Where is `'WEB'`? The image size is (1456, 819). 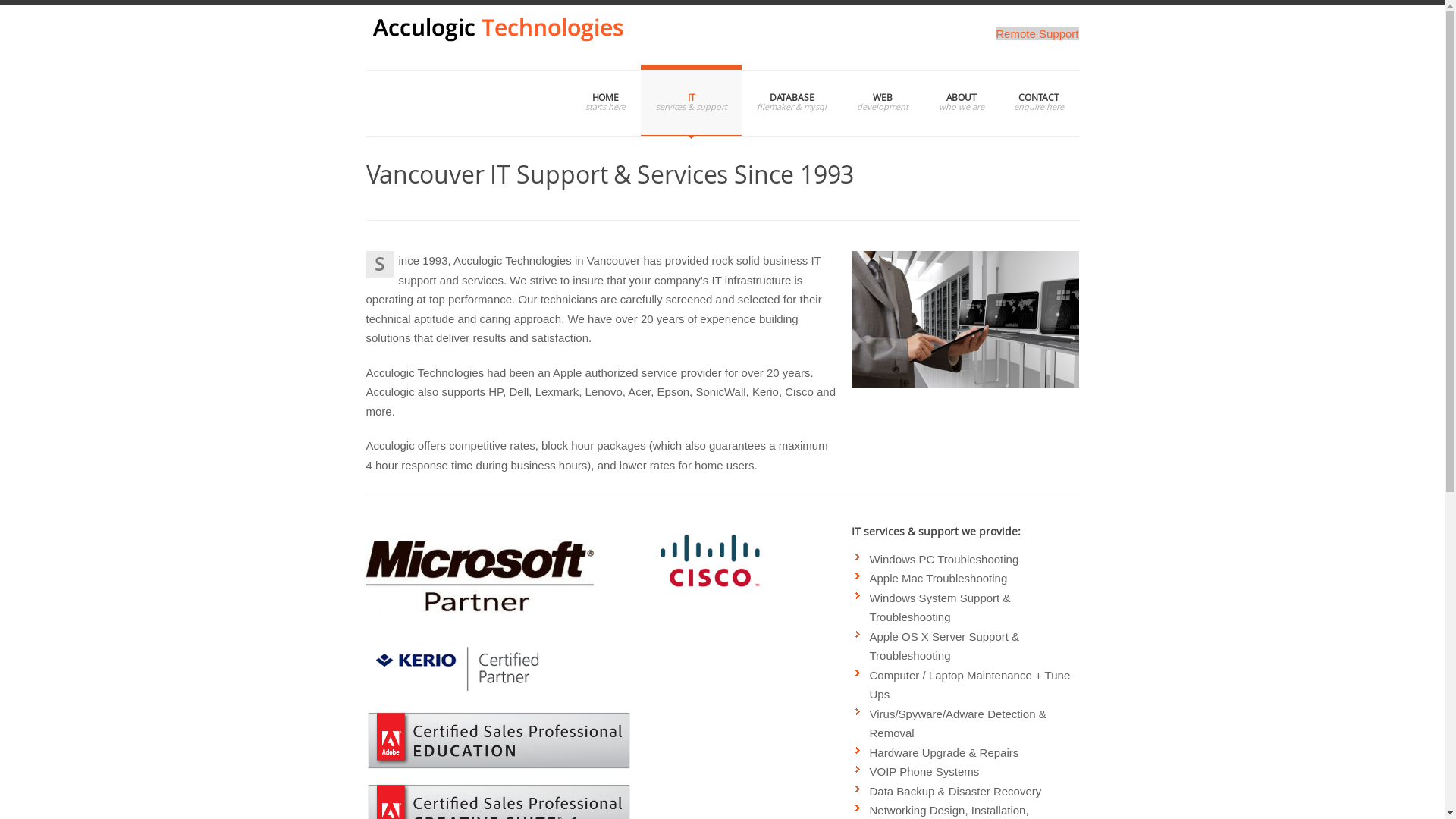
'WEB' is located at coordinates (882, 100).